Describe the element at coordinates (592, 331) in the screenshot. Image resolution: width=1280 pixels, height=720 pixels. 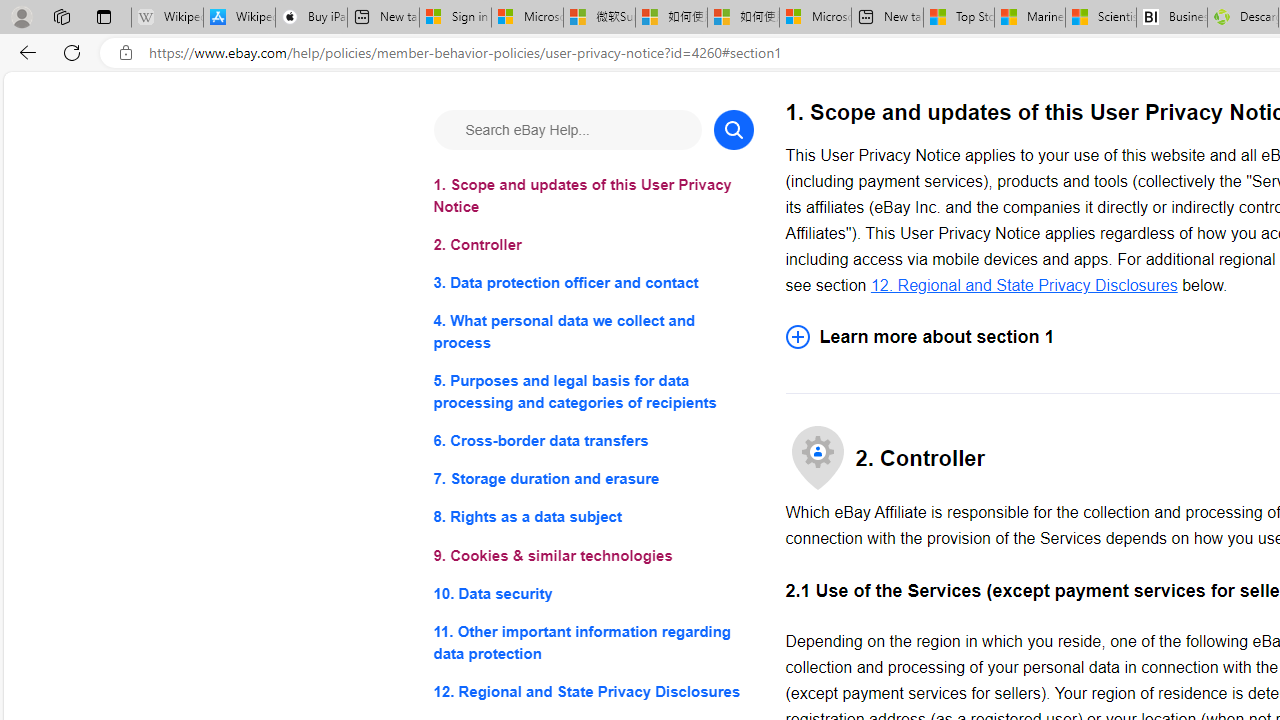
I see `'4. What personal data we collect and process'` at that location.